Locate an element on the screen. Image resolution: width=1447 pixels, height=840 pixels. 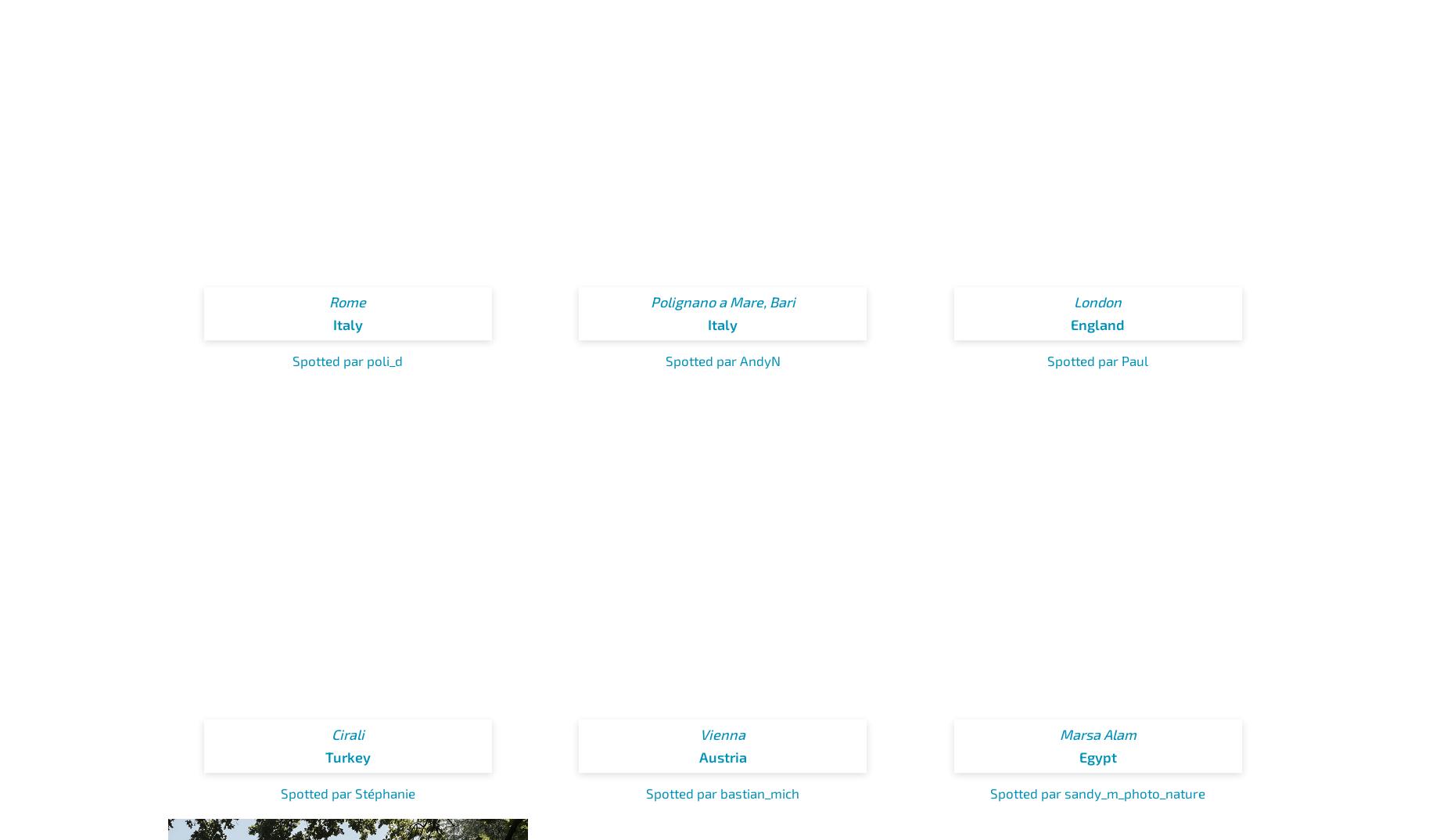
'Spotted par bastian_mich' is located at coordinates (723, 791).